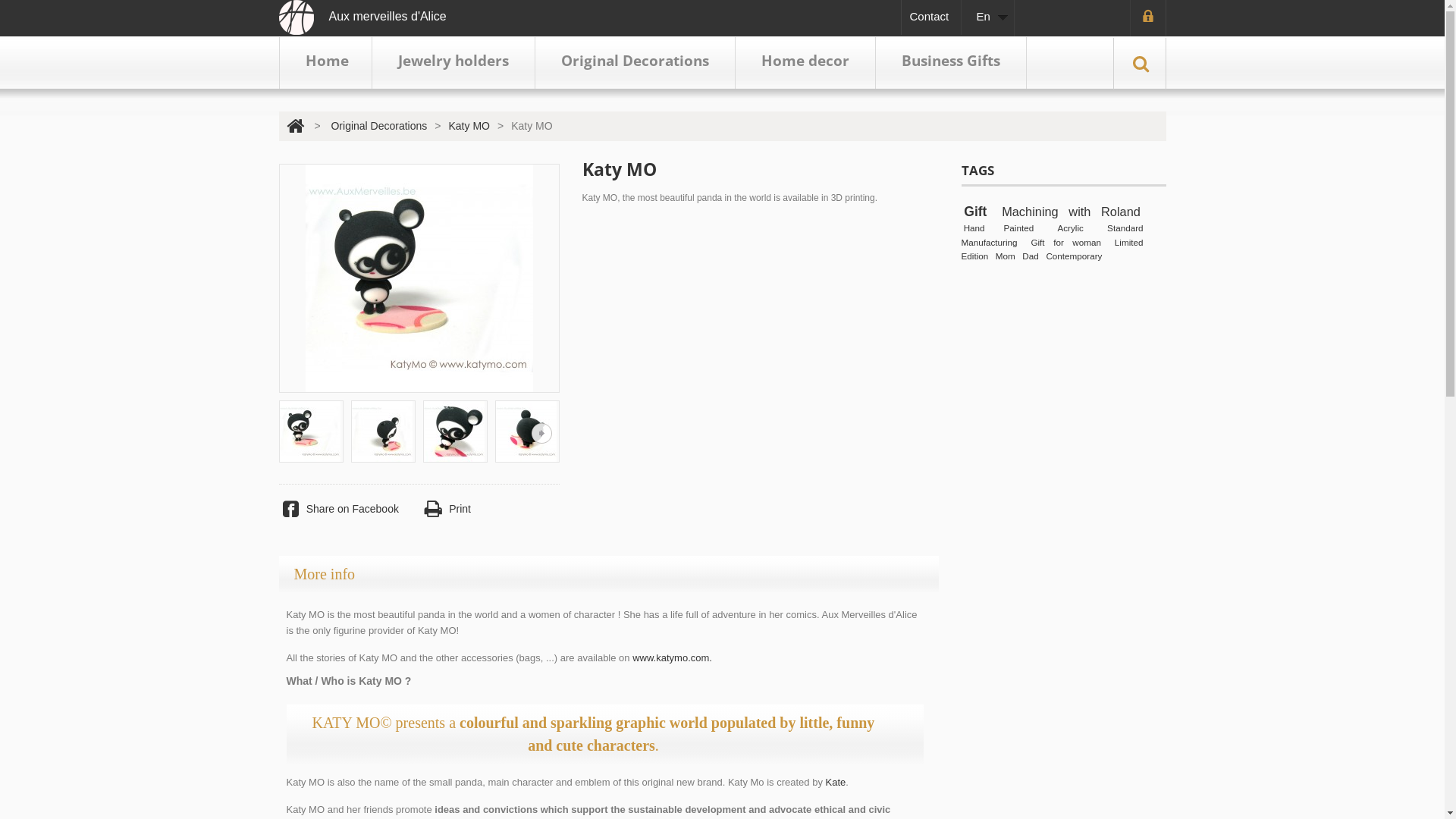 This screenshot has width=1456, height=819. Describe the element at coordinates (295, 124) in the screenshot. I see `'Return to Home'` at that location.